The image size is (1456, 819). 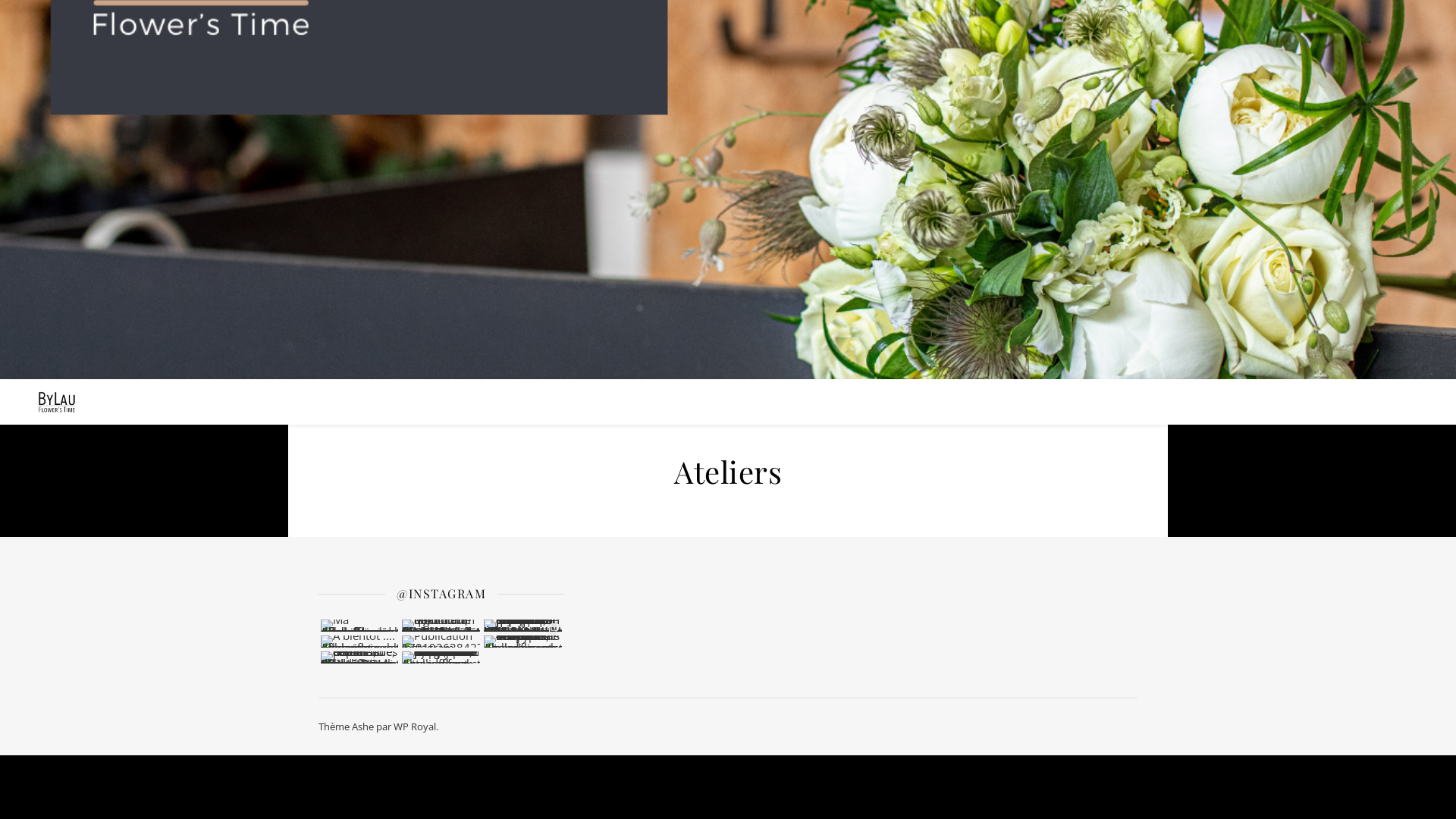 I want to click on 'WP Royal', so click(x=415, y=725).